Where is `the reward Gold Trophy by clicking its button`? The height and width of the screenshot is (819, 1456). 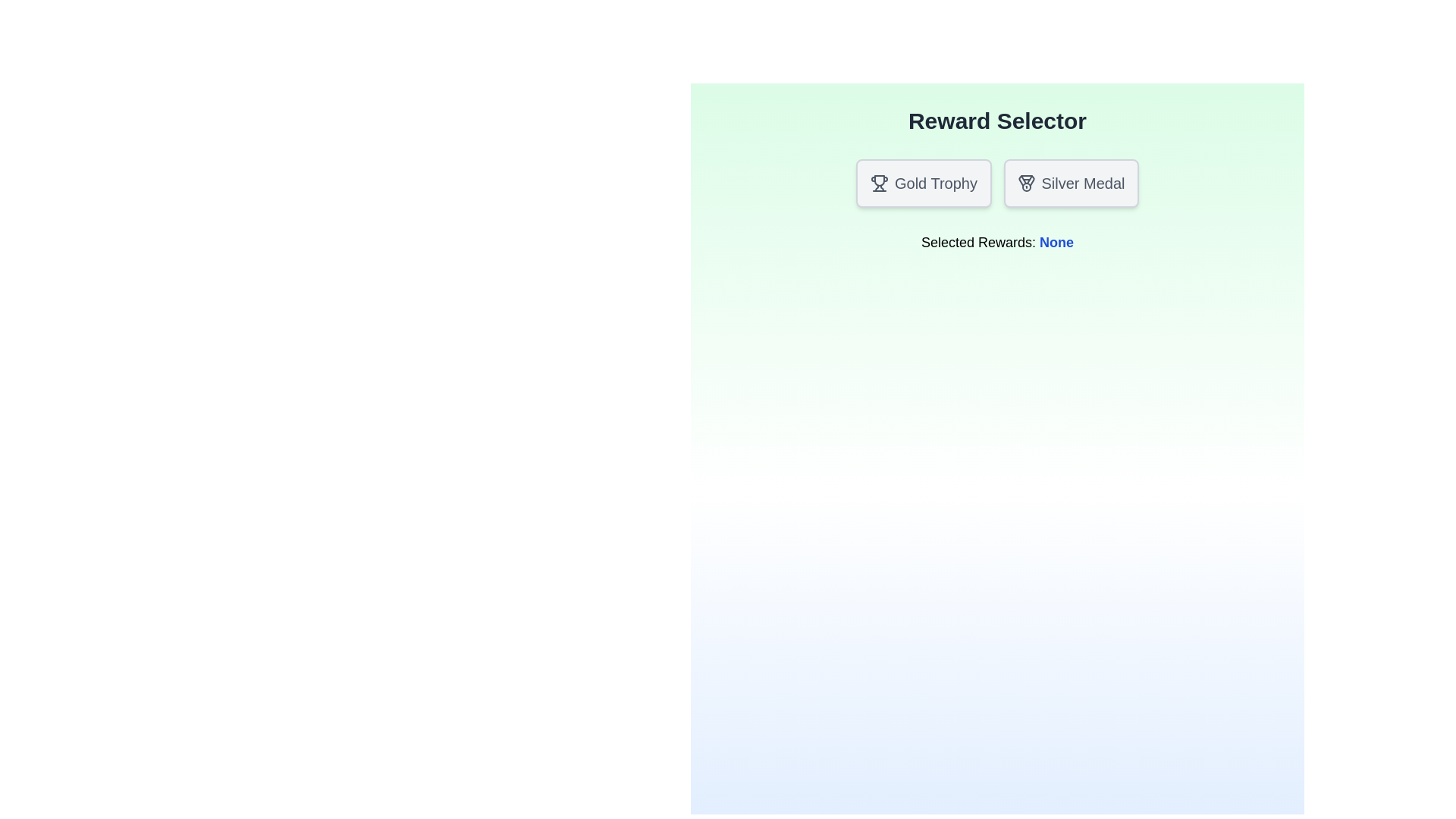 the reward Gold Trophy by clicking its button is located at coordinates (923, 183).